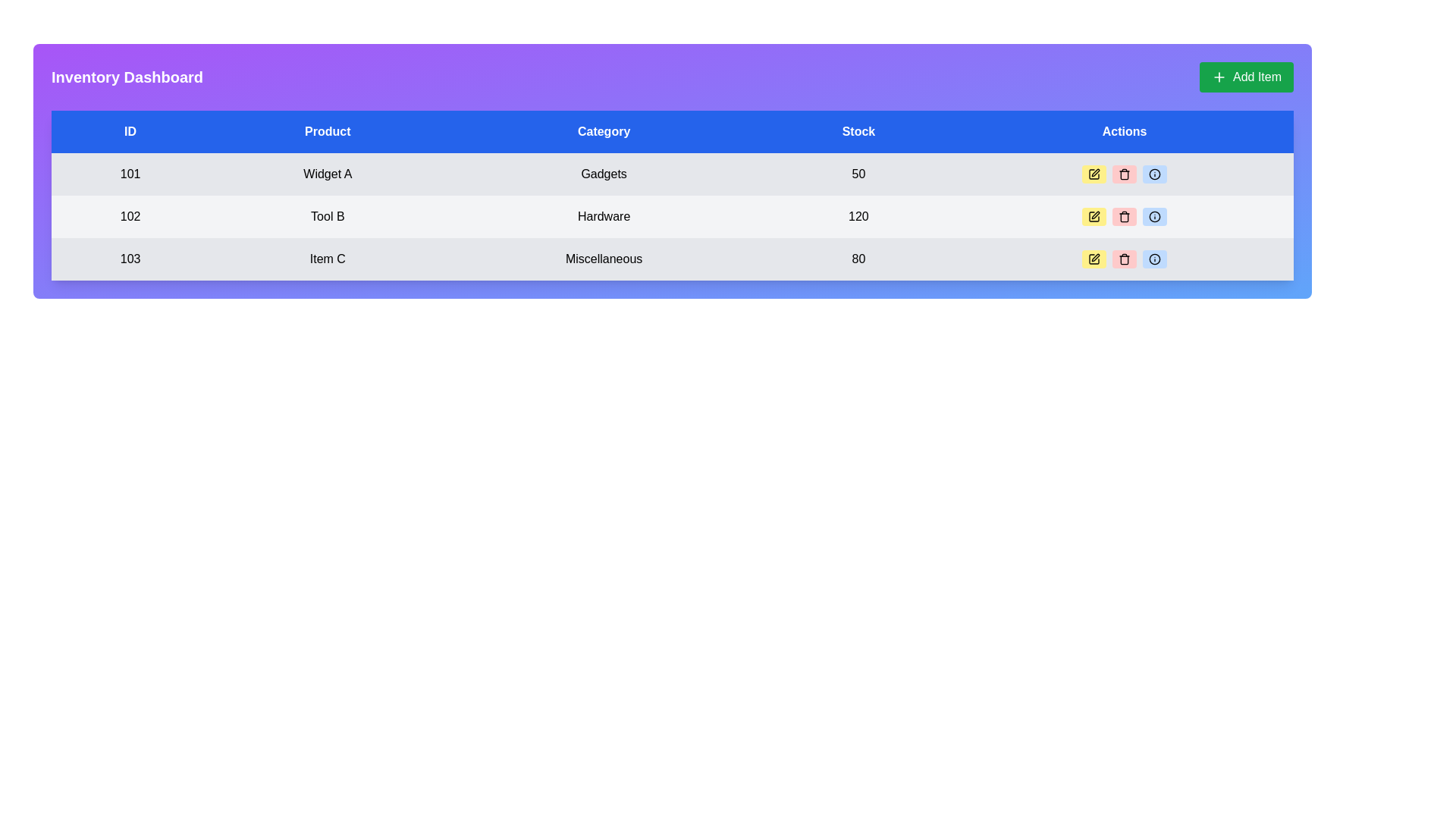  What do you see at coordinates (130, 130) in the screenshot?
I see `the Table Header Cell with a blue background and white text reading 'ID', which is the first column header in the table` at bounding box center [130, 130].